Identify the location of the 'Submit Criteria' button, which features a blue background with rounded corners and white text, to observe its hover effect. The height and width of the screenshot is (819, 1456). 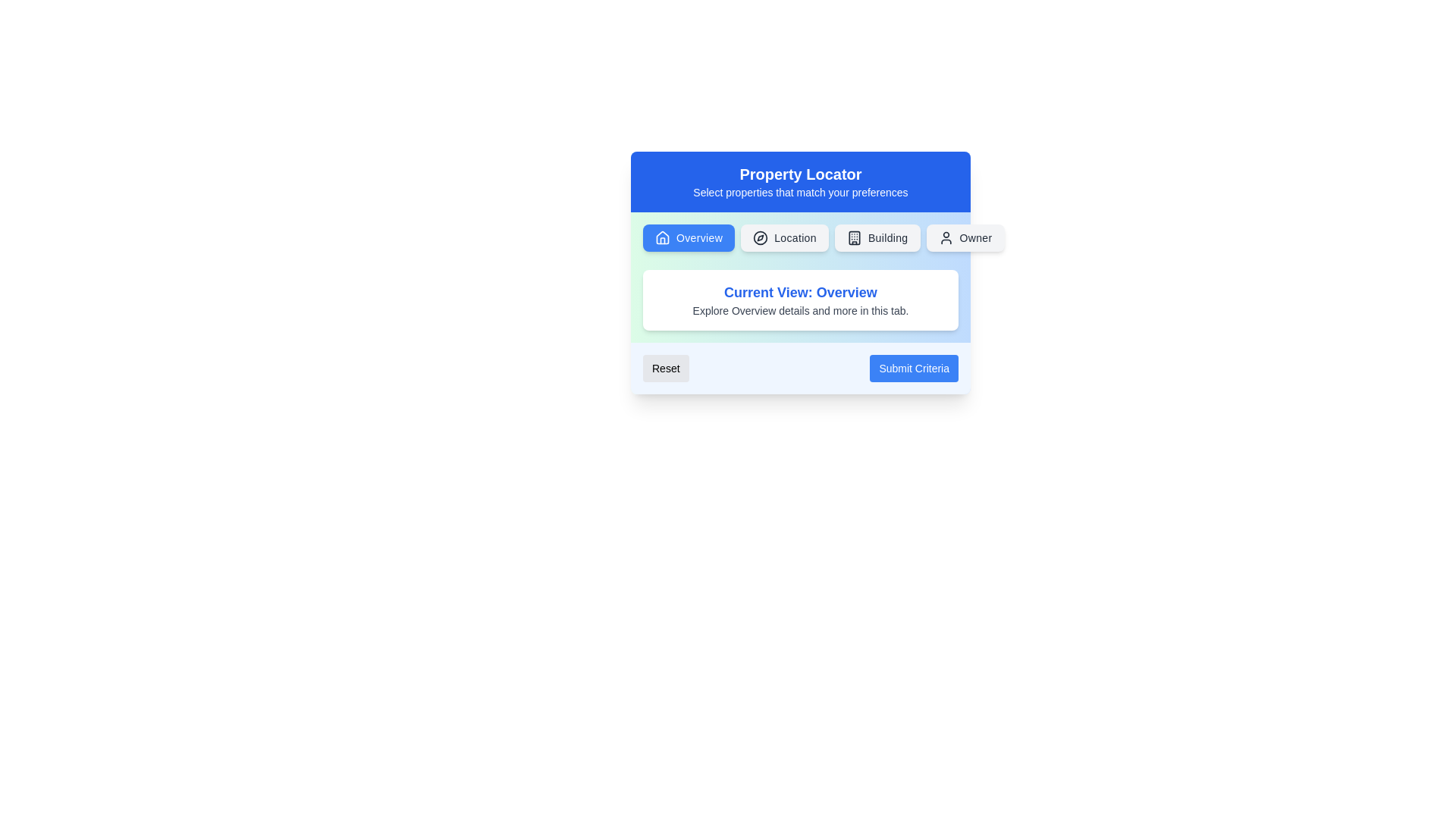
(913, 369).